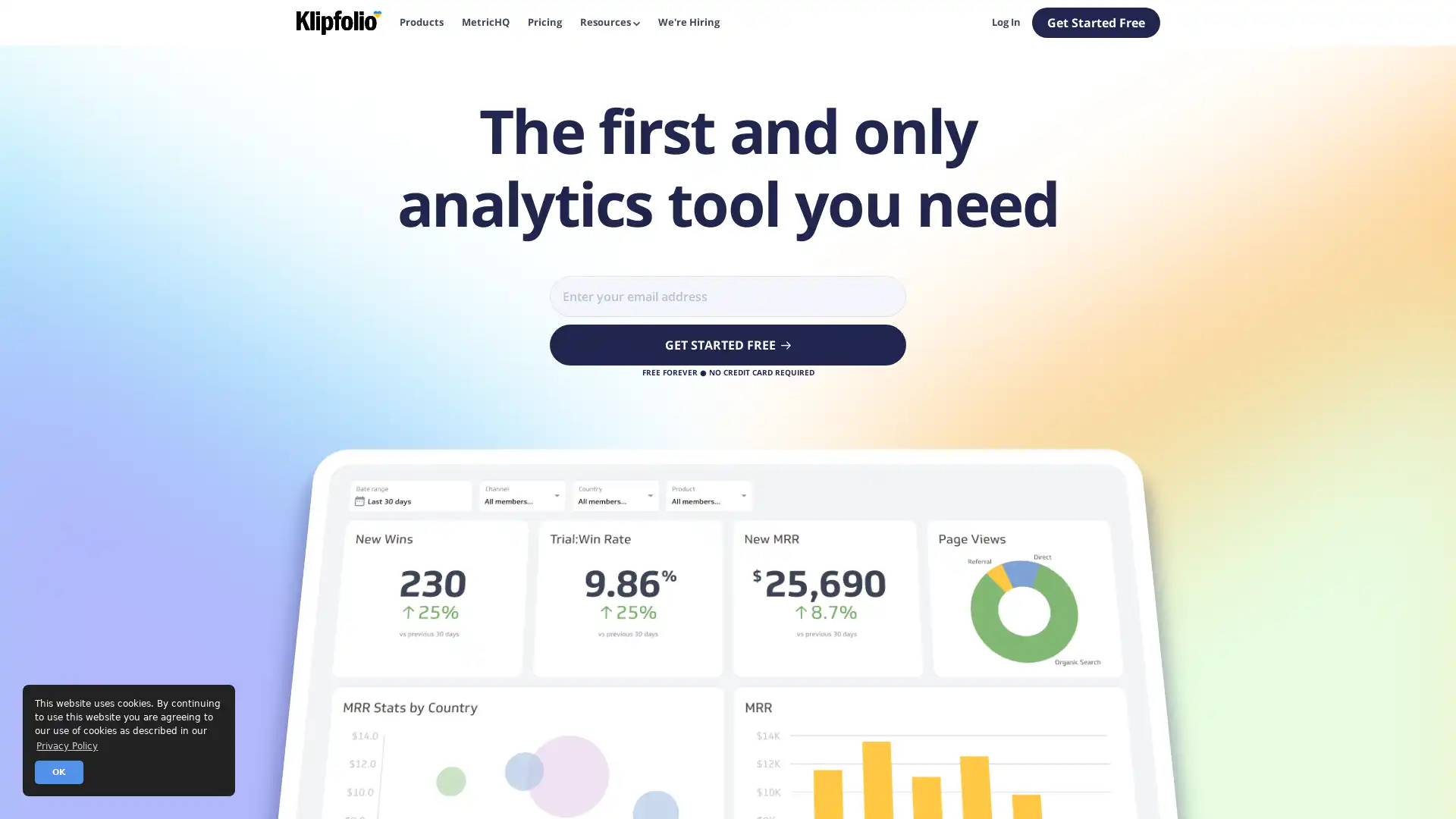 This screenshot has height=819, width=1456. I want to click on learn more about cookies, so click(66, 745).